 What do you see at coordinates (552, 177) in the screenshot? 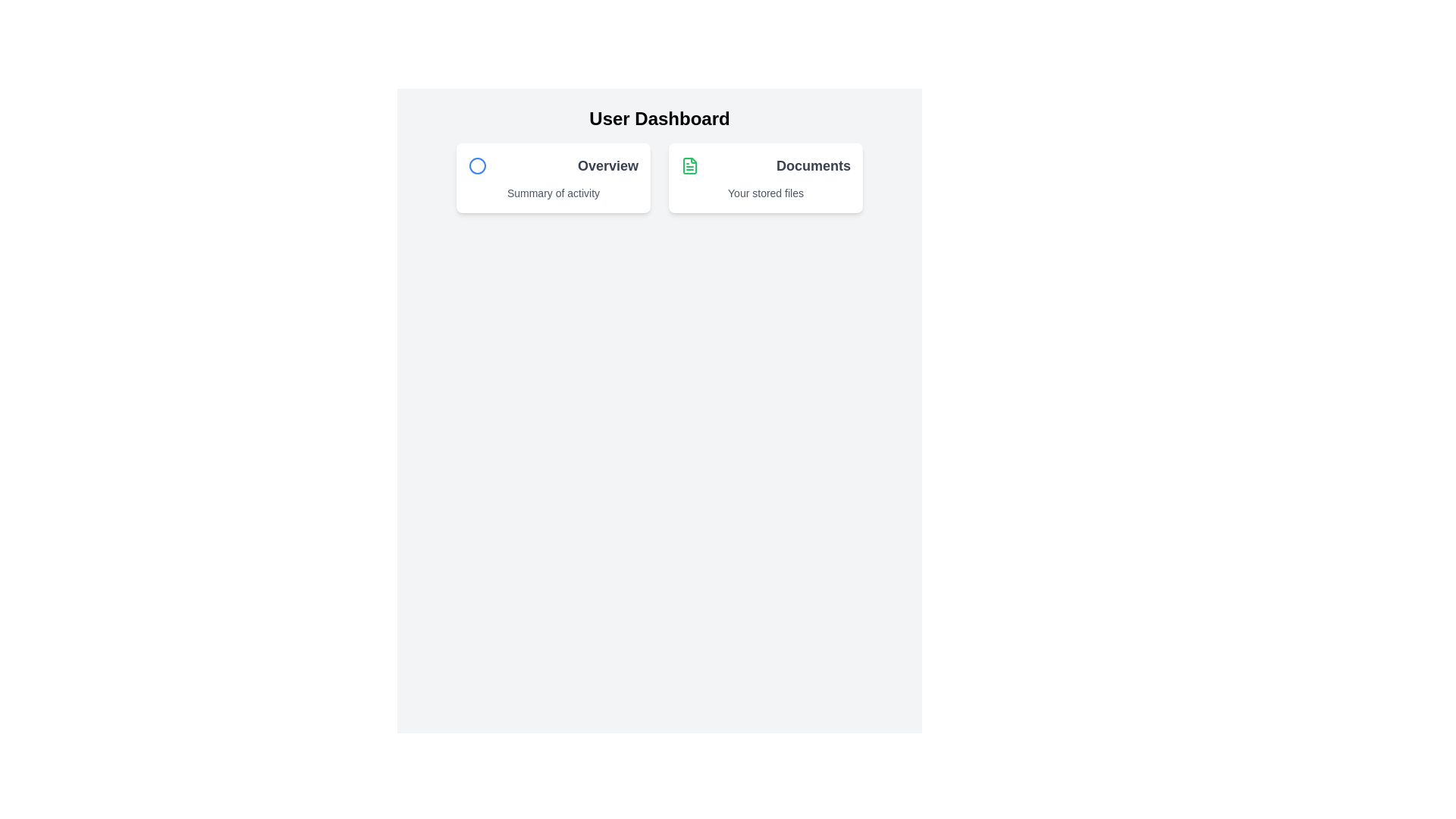
I see `textual content of the Information Card located in the top left area of the dashboard interface, positioned to the left of the Documents card` at bounding box center [552, 177].